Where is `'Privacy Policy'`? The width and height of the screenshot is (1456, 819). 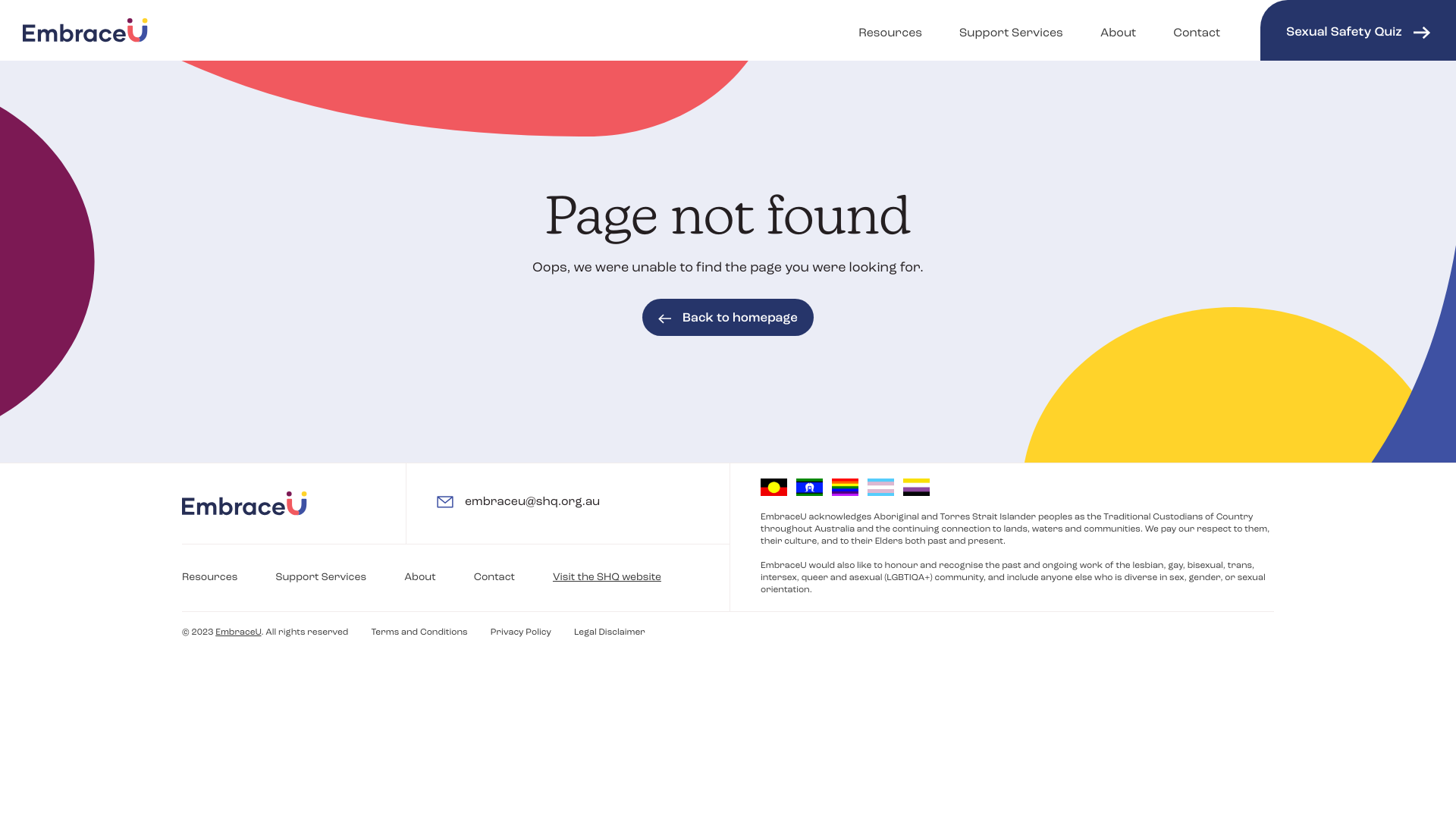 'Privacy Policy' is located at coordinates (520, 632).